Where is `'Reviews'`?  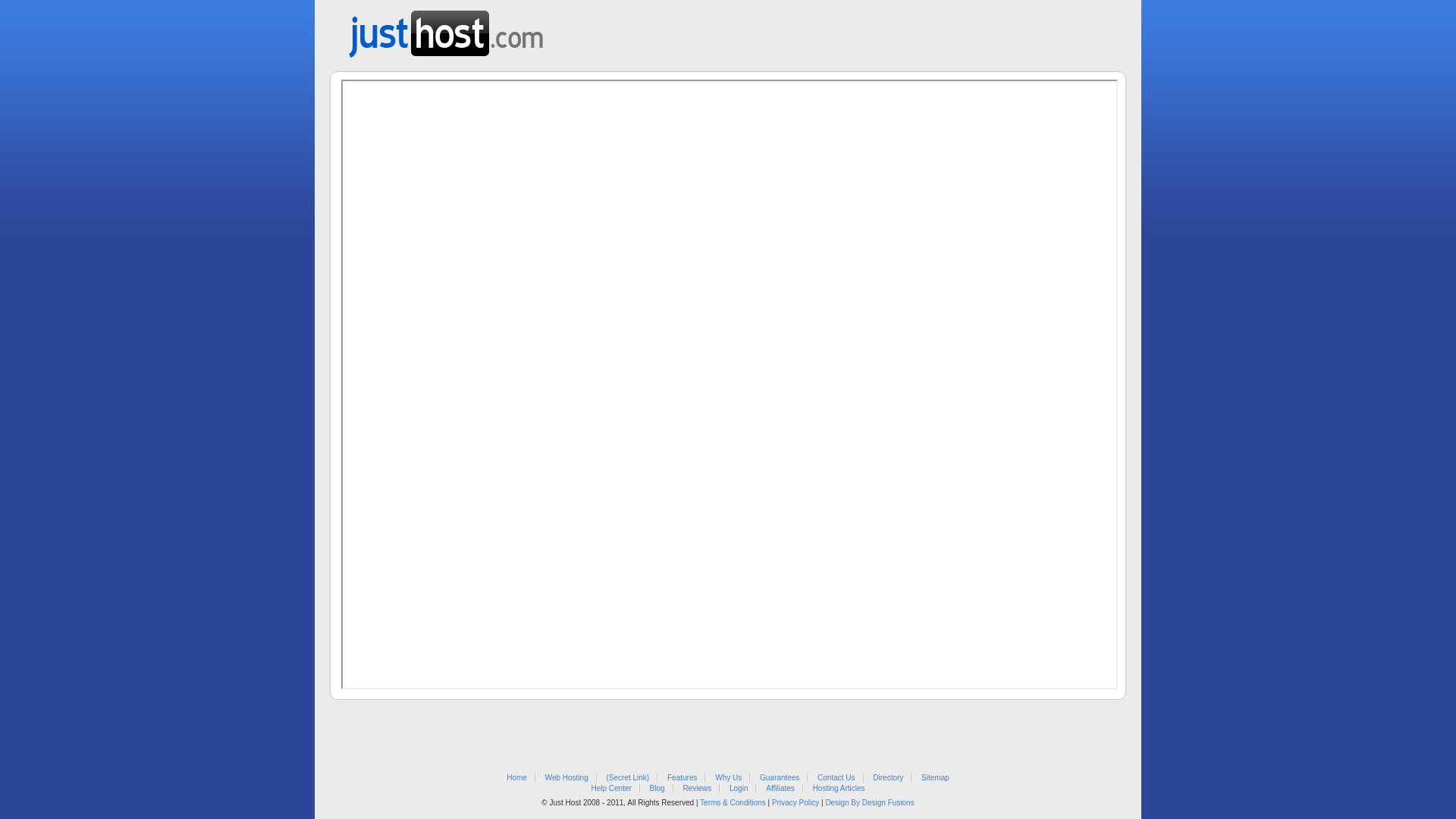
'Reviews' is located at coordinates (695, 787).